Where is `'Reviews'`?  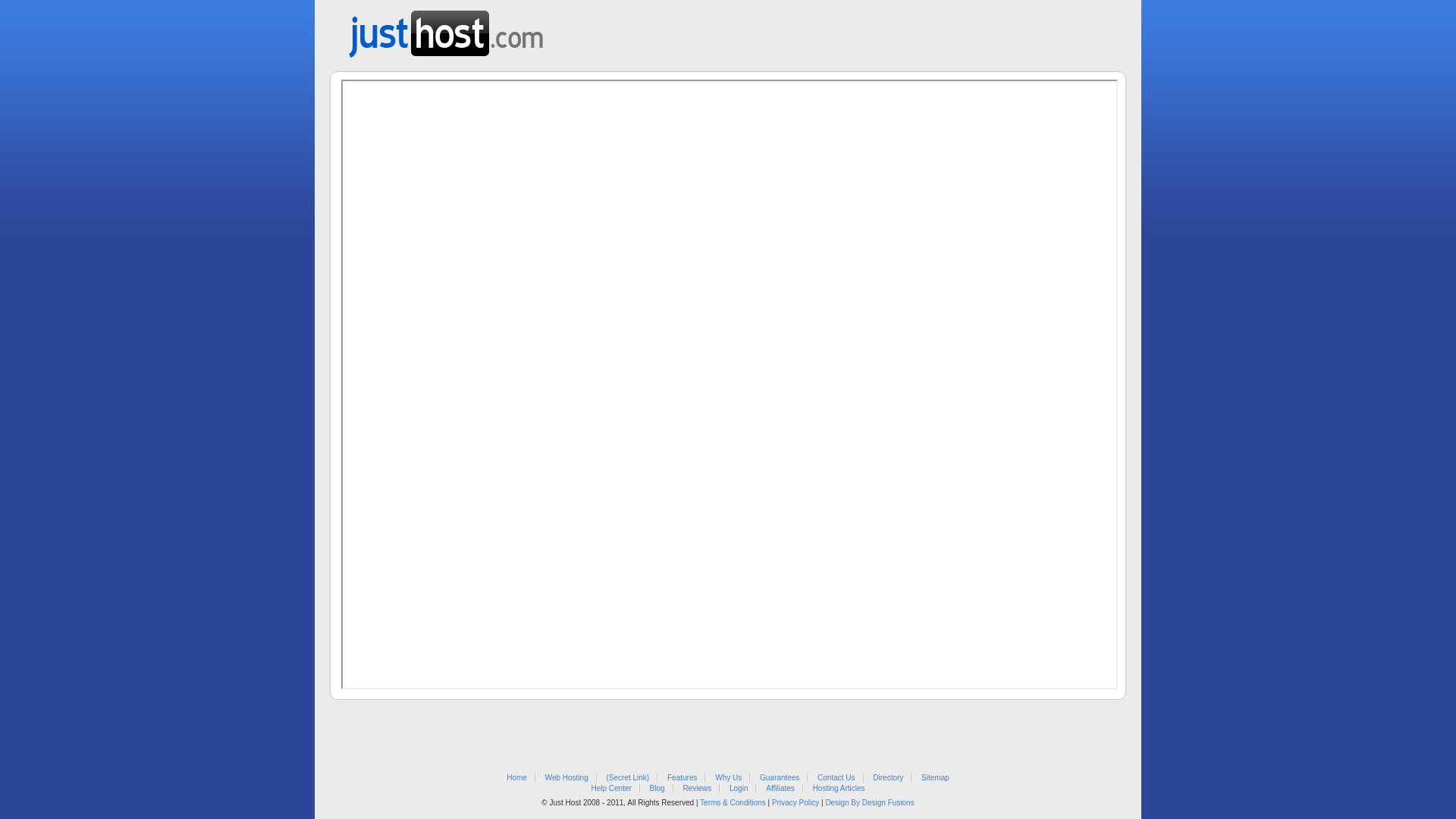
'Reviews' is located at coordinates (695, 787).